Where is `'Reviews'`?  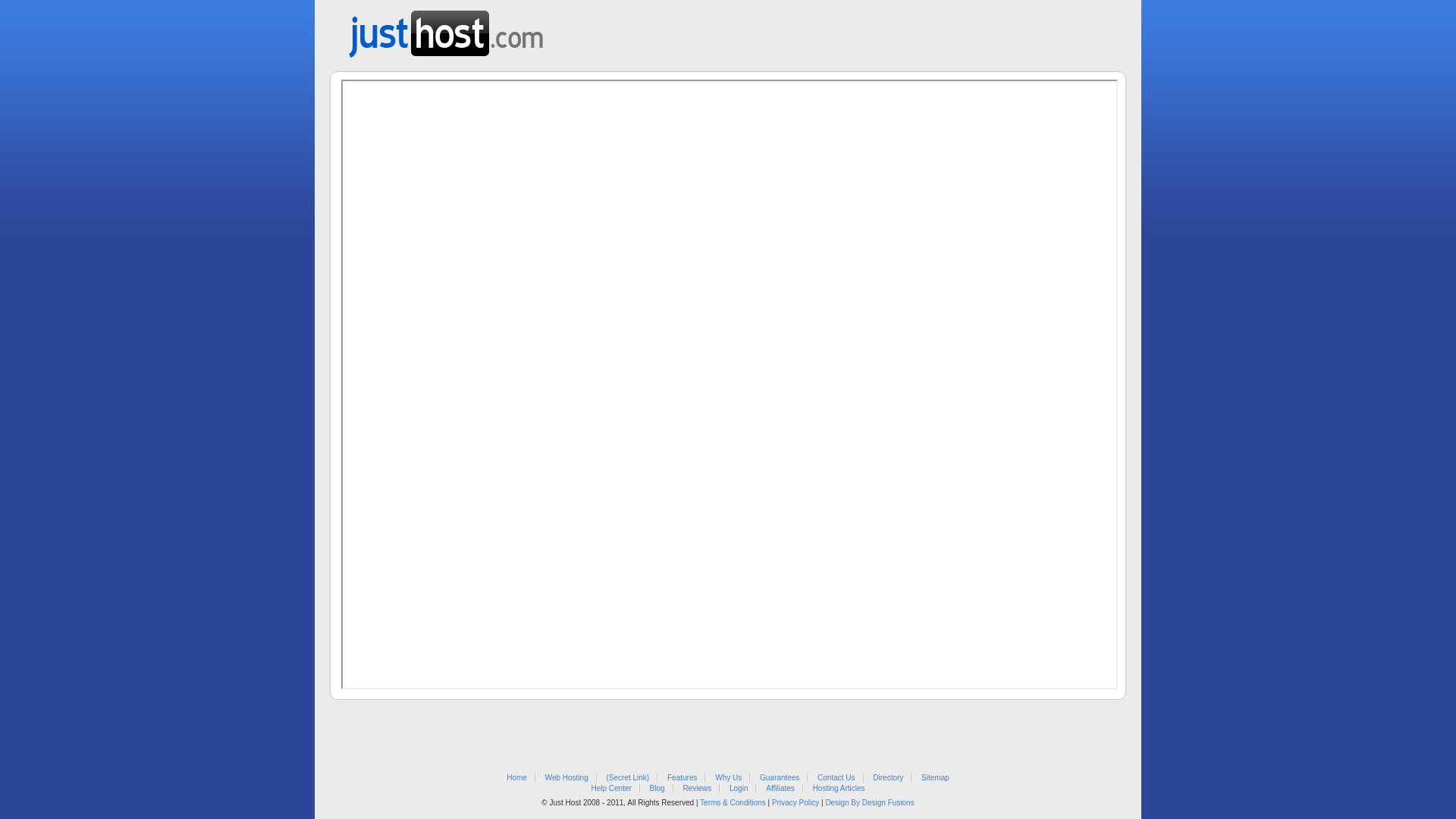
'Reviews' is located at coordinates (695, 787).